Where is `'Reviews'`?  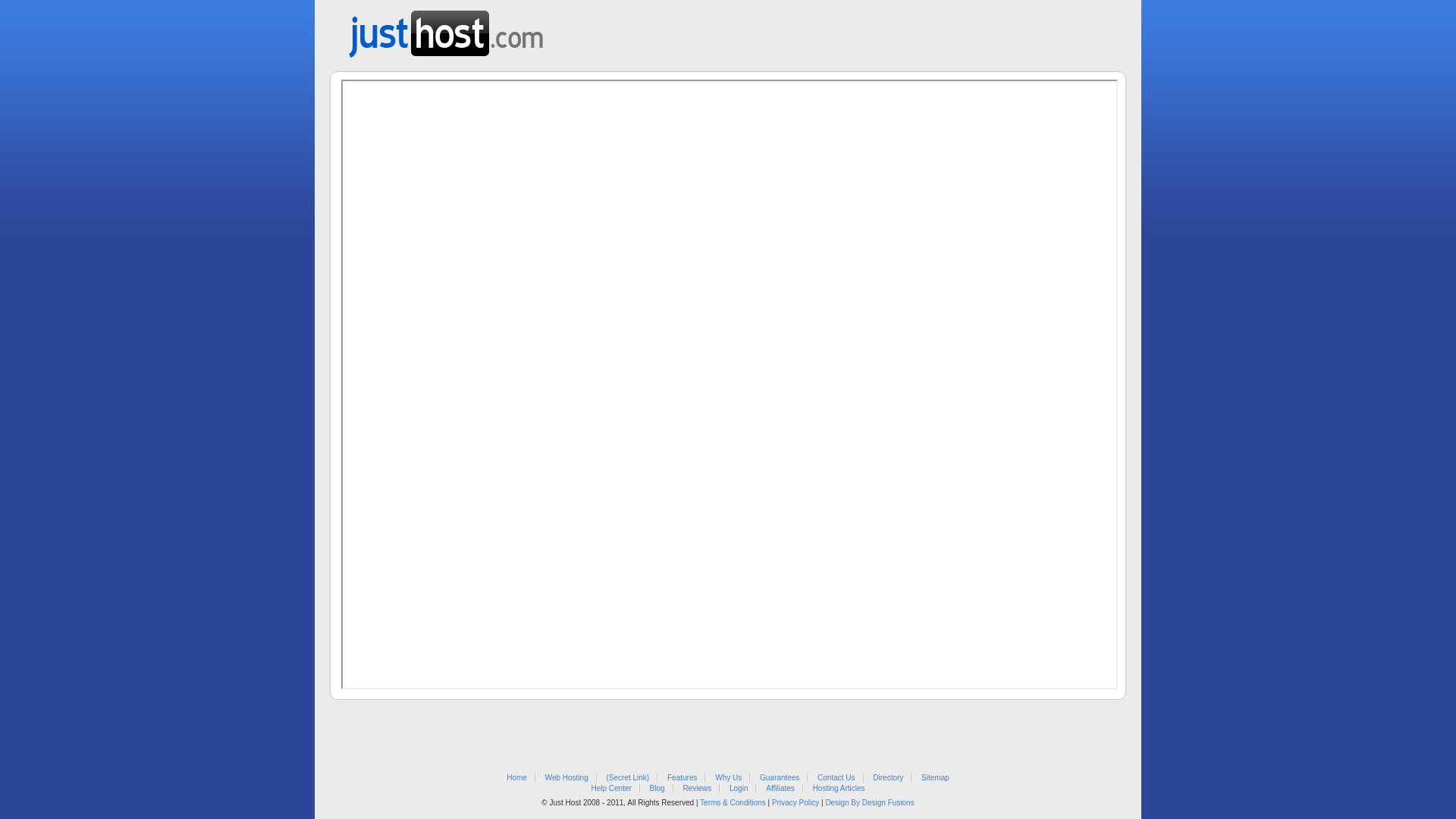
'Reviews' is located at coordinates (695, 787).